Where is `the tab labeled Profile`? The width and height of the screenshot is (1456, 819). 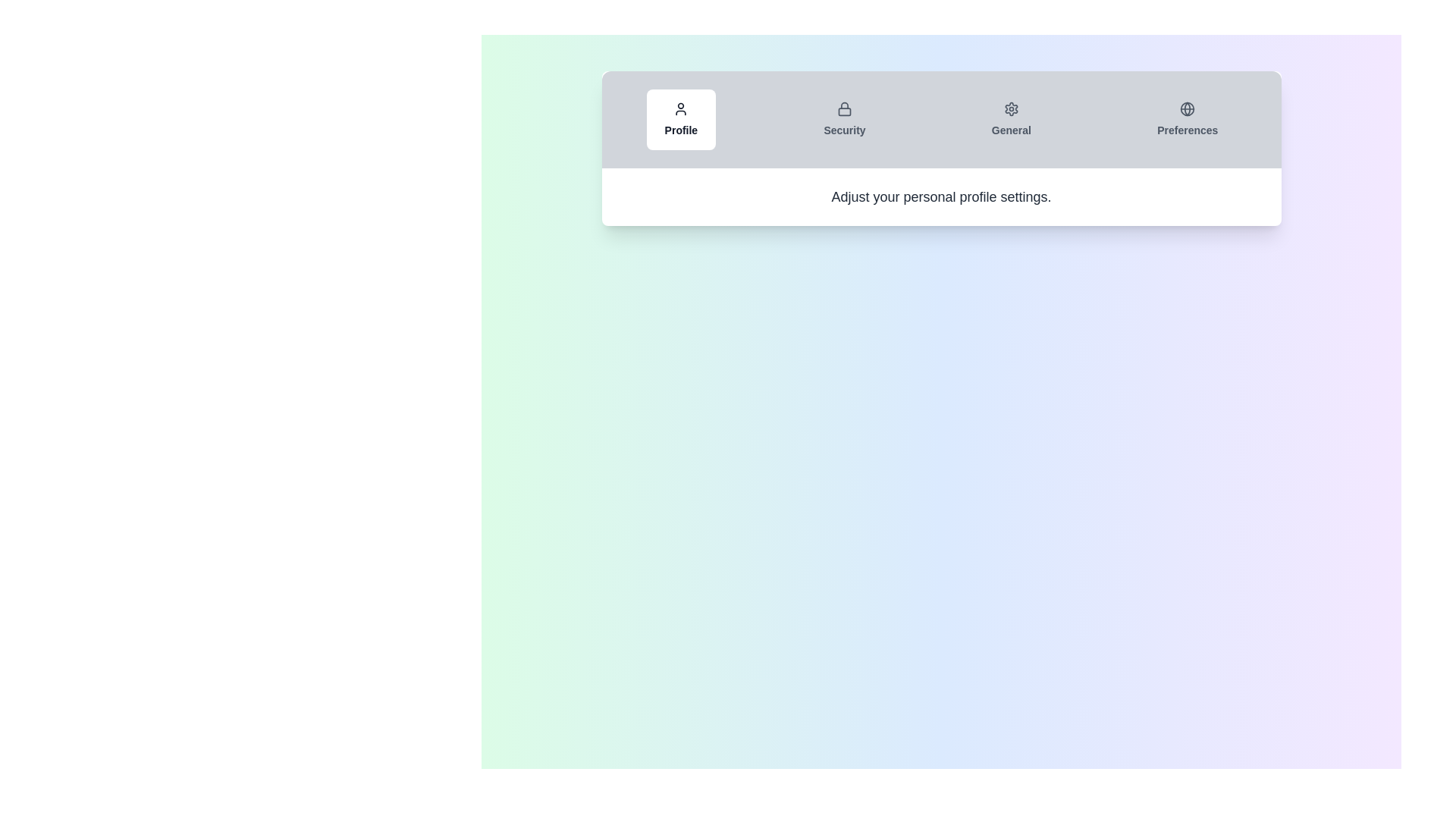
the tab labeled Profile is located at coordinates (680, 119).